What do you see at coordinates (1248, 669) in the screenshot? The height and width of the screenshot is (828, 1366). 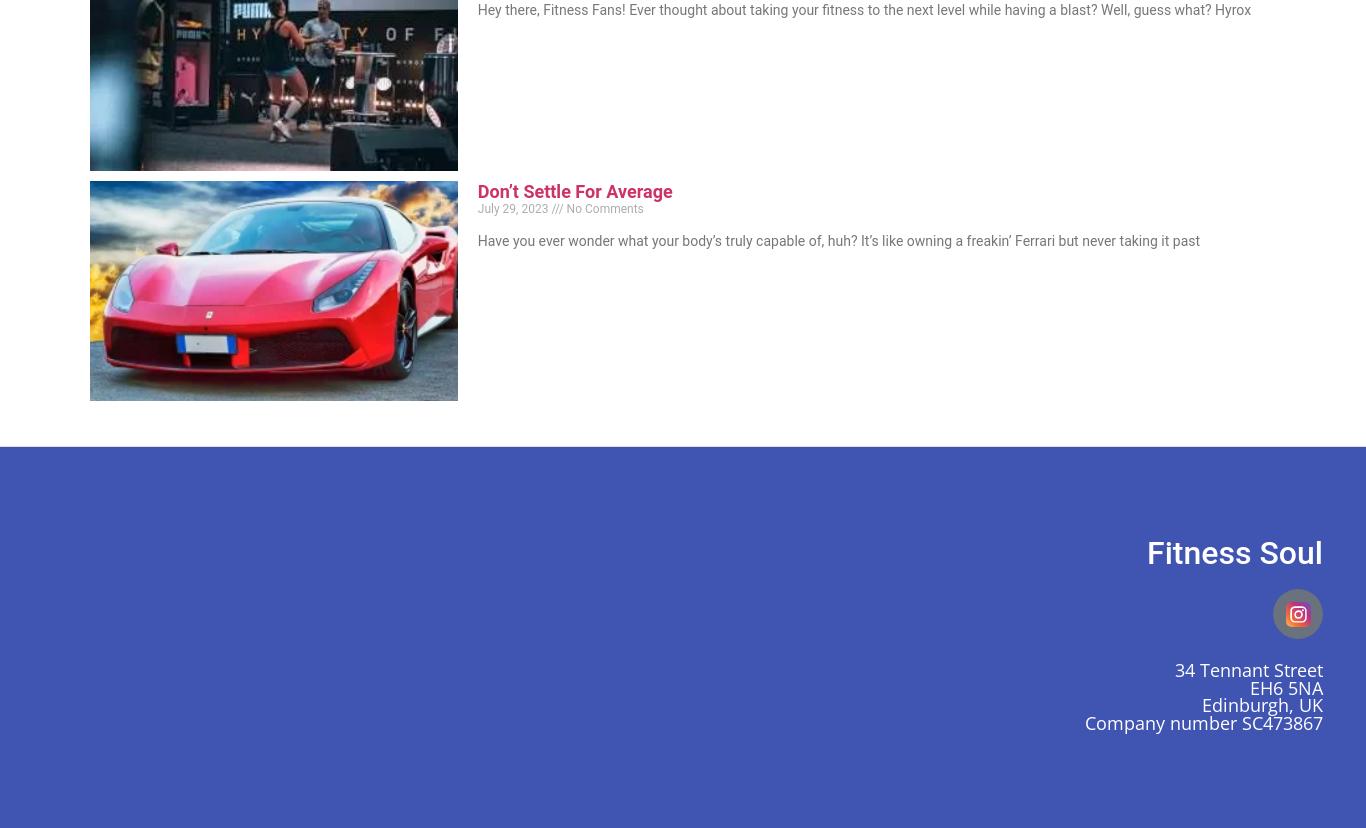 I see `'34 Tennant Street'` at bounding box center [1248, 669].